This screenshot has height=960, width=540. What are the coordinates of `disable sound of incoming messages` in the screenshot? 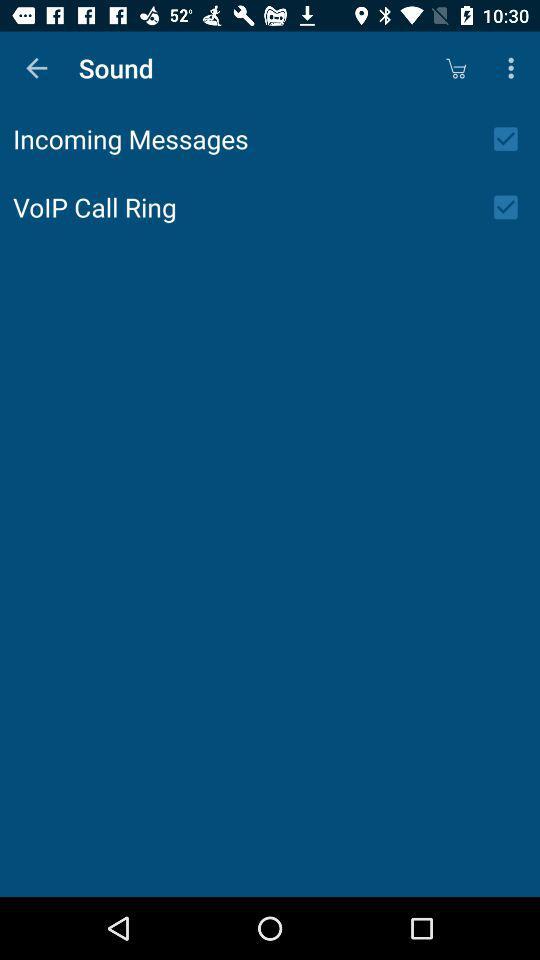 It's located at (512, 138).